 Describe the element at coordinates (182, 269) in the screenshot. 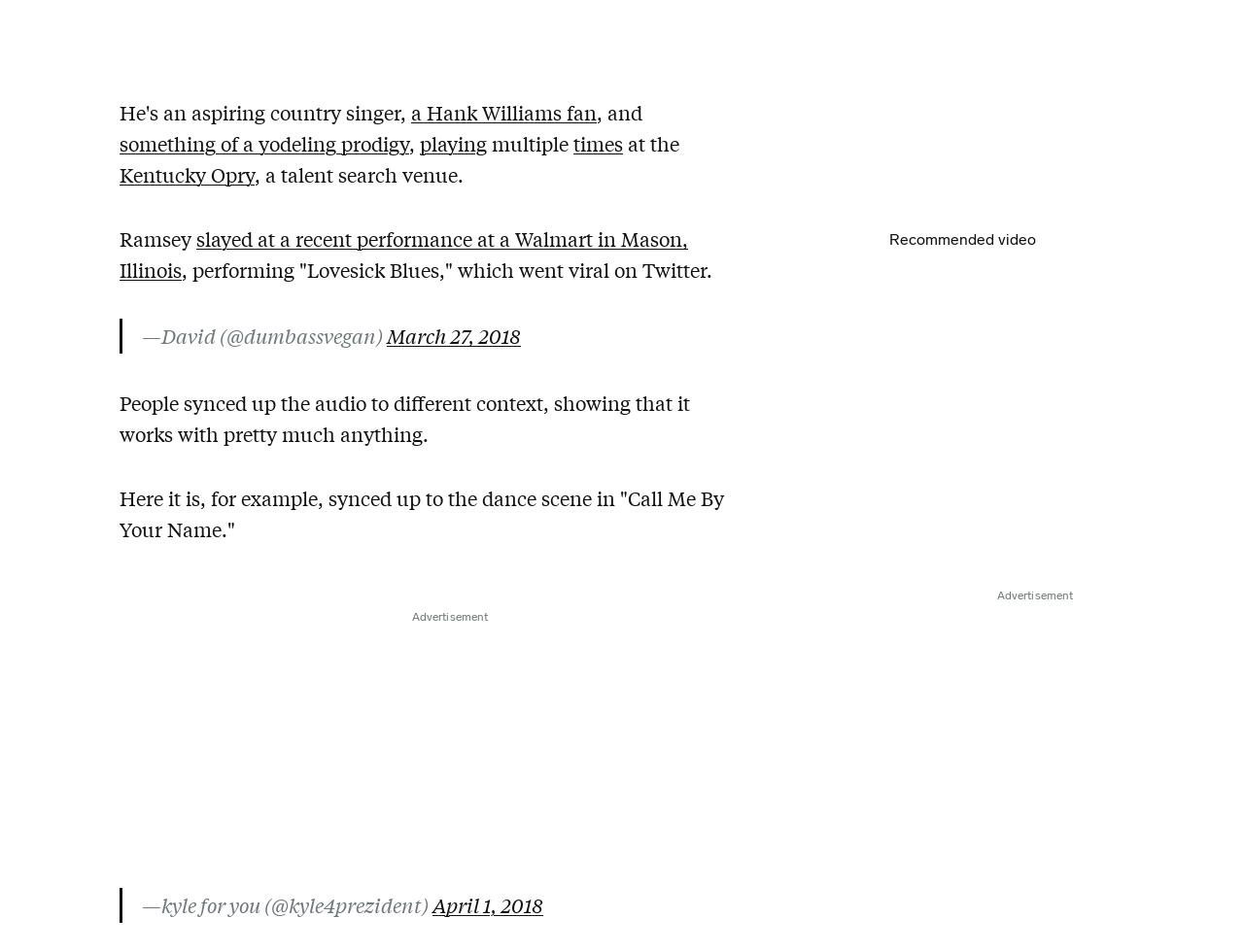

I see `', performing "Lovesick Blues," which went viral on Twitter.'` at that location.